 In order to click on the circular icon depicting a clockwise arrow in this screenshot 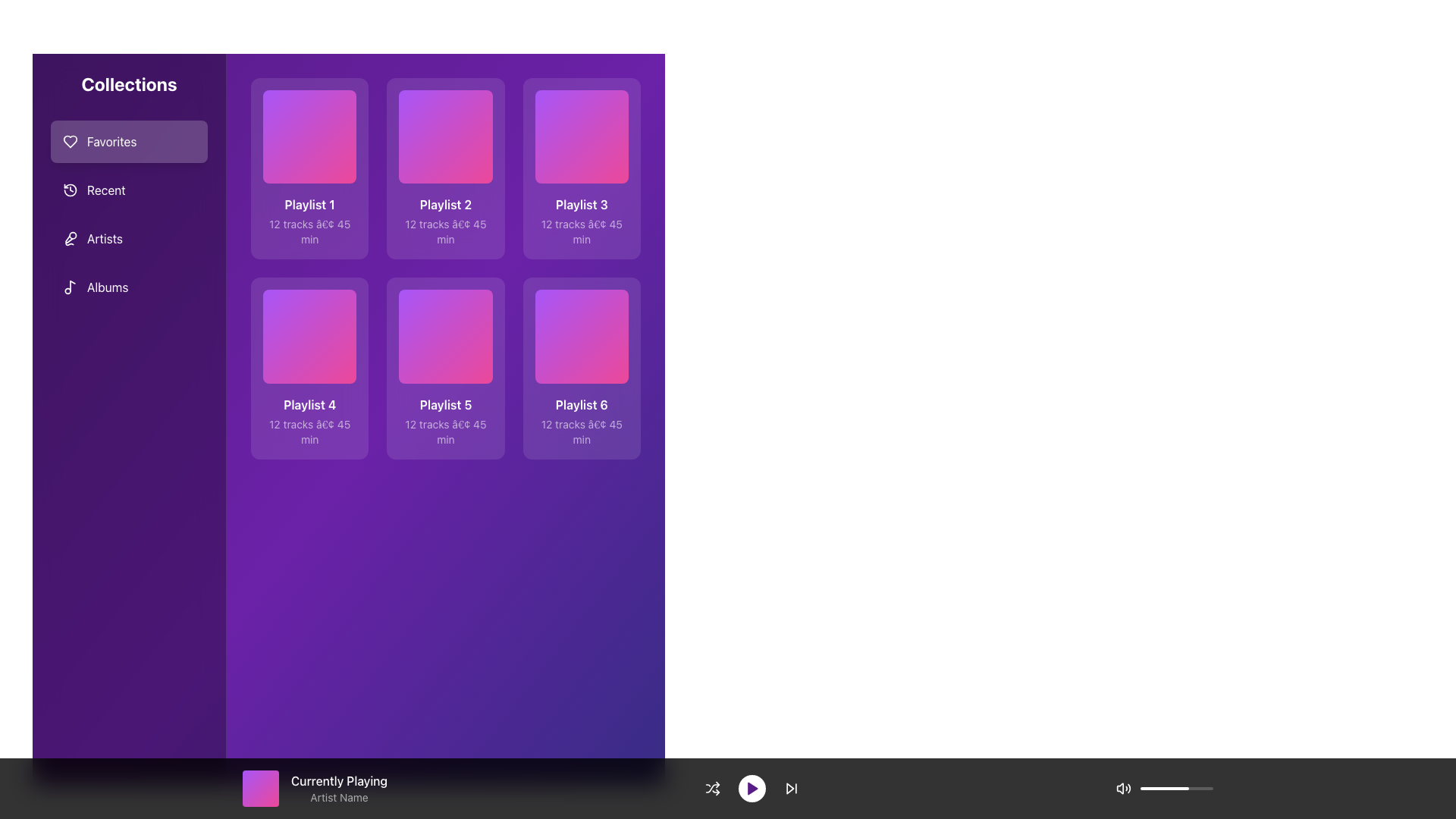, I will do `click(69, 189)`.